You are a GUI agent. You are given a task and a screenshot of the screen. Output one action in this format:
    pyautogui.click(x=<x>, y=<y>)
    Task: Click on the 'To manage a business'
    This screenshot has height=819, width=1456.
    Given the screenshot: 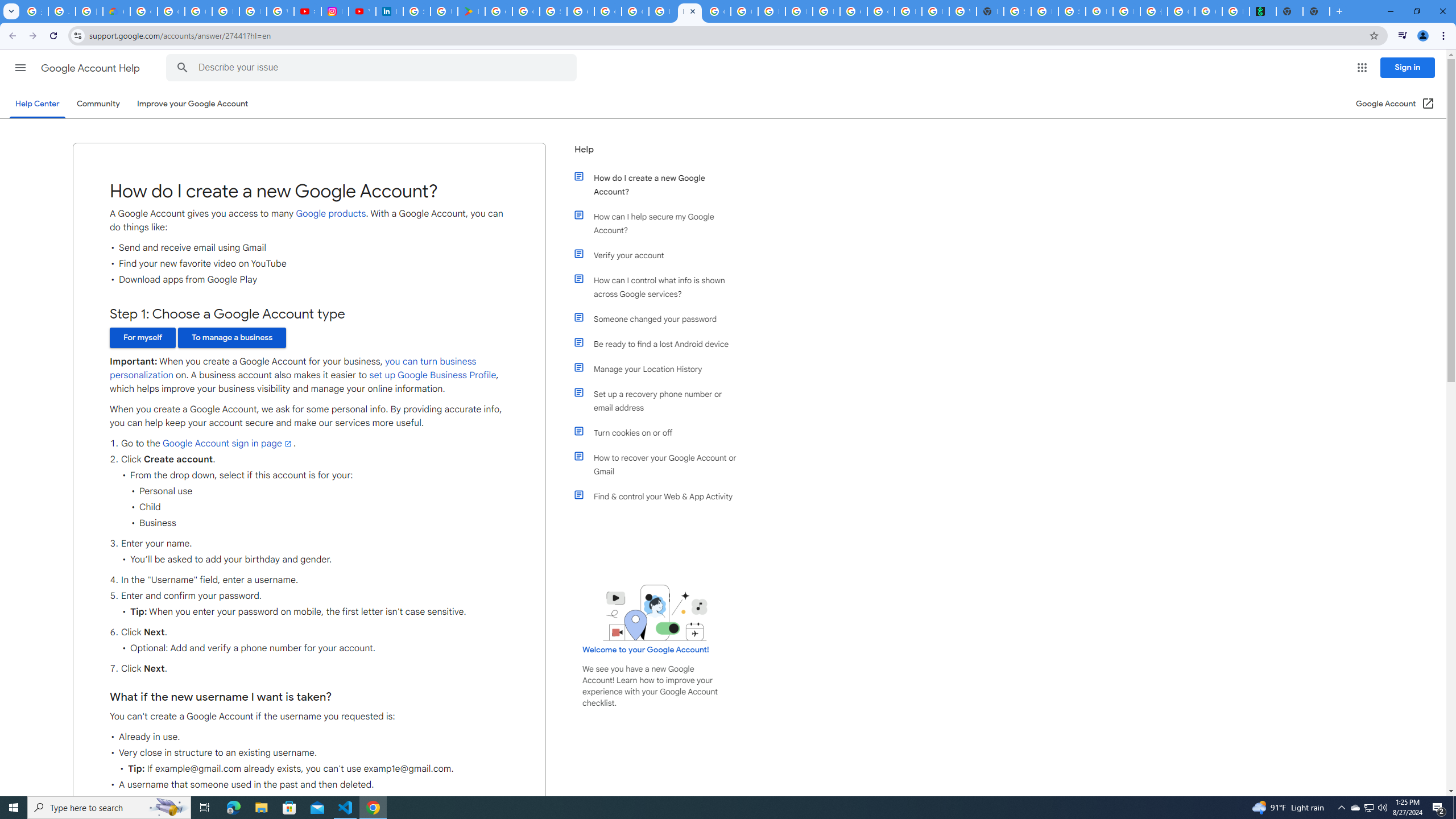 What is the action you would take?
    pyautogui.click(x=231, y=337)
    